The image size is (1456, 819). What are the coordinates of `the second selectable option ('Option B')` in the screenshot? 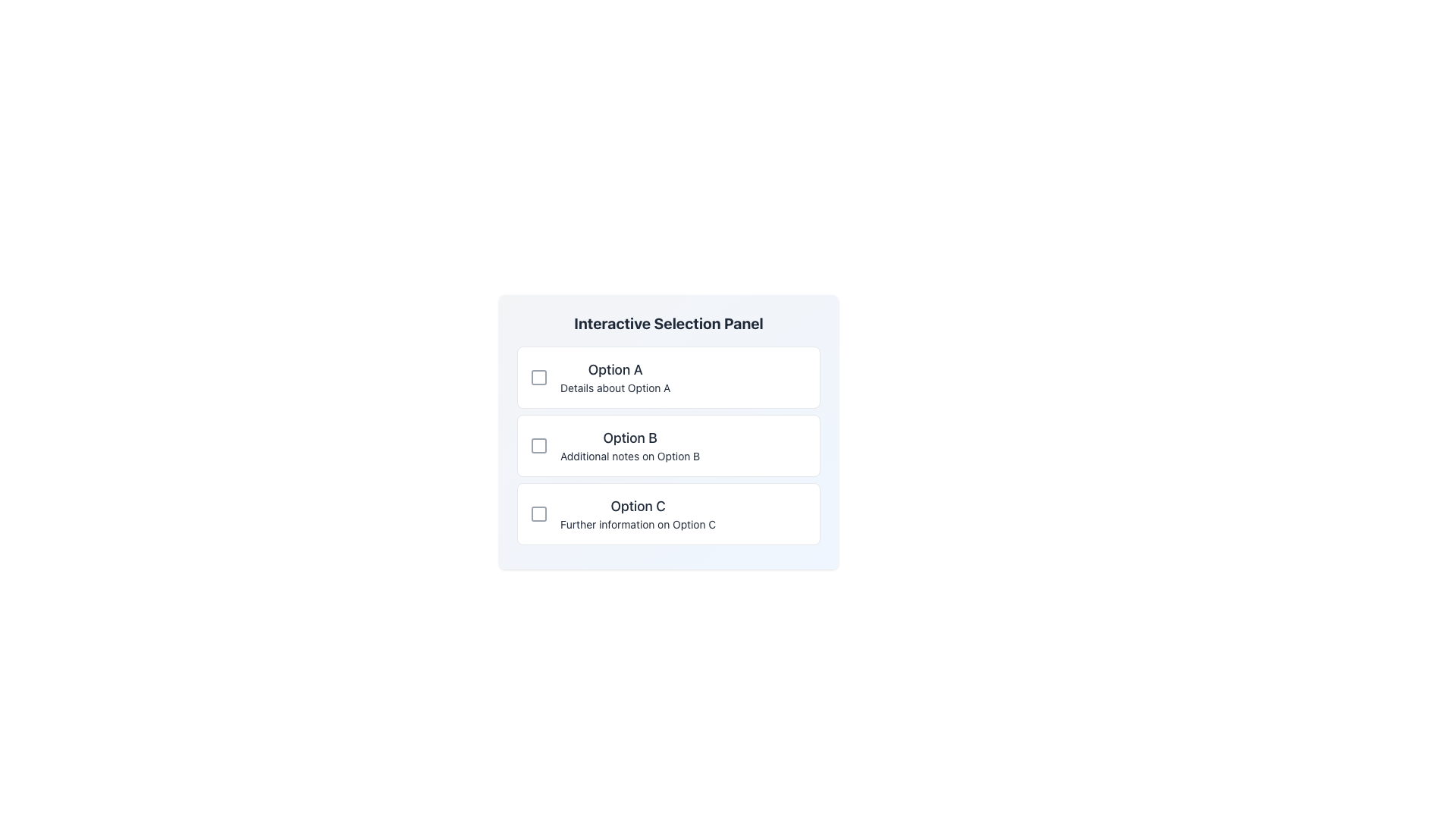 It's located at (668, 432).